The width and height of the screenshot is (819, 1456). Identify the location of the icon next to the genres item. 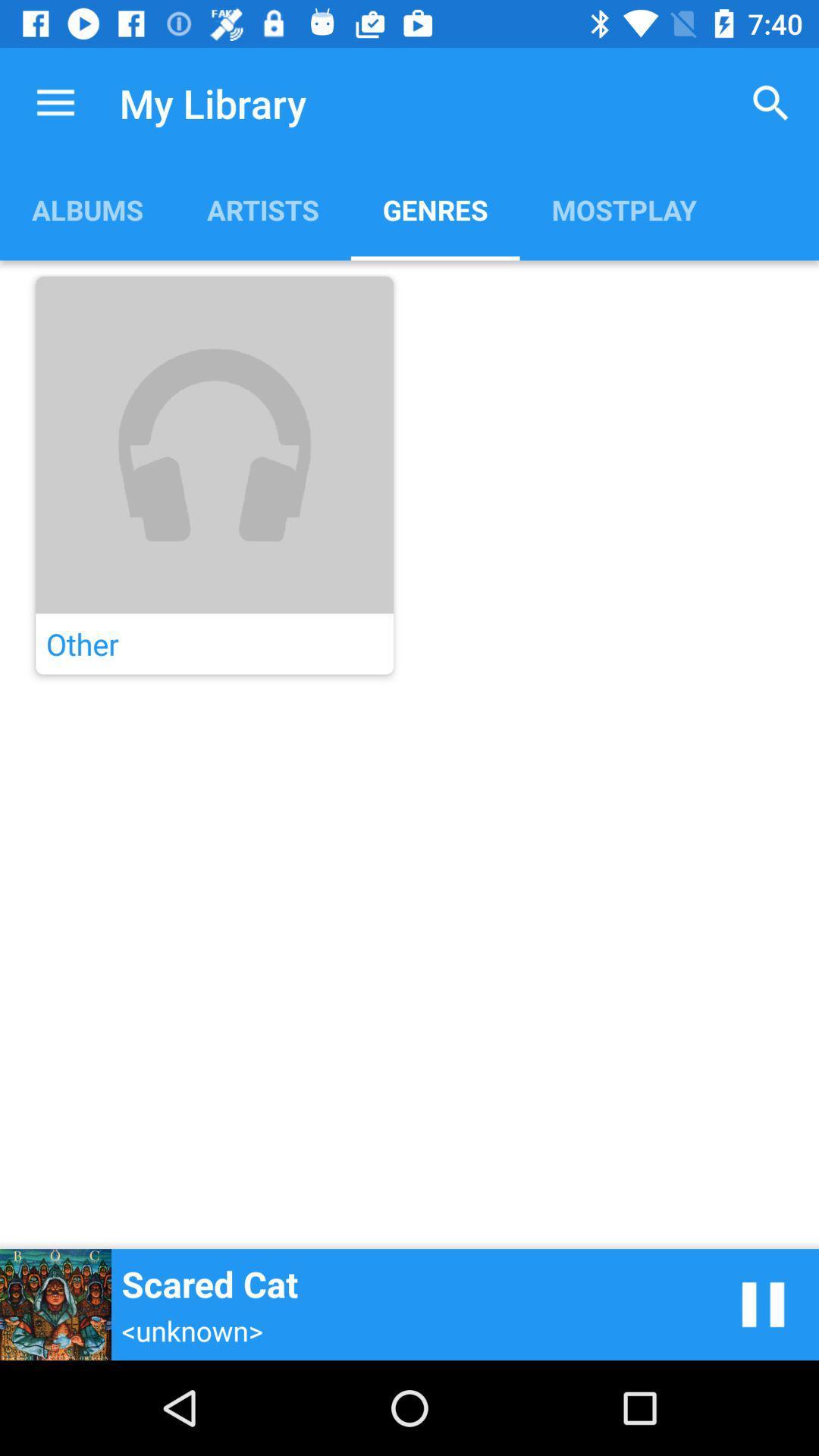
(262, 209).